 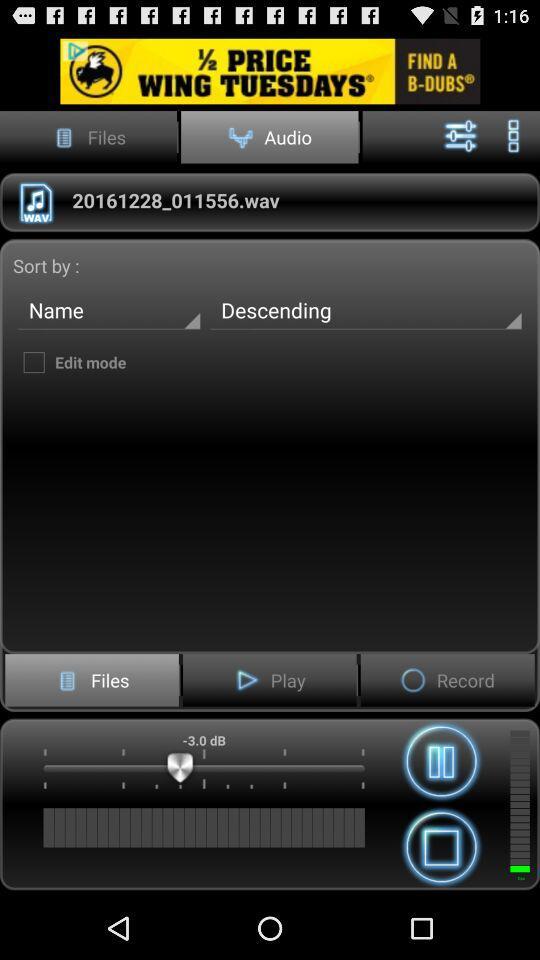 What do you see at coordinates (441, 814) in the screenshot?
I see `the pause icon` at bounding box center [441, 814].